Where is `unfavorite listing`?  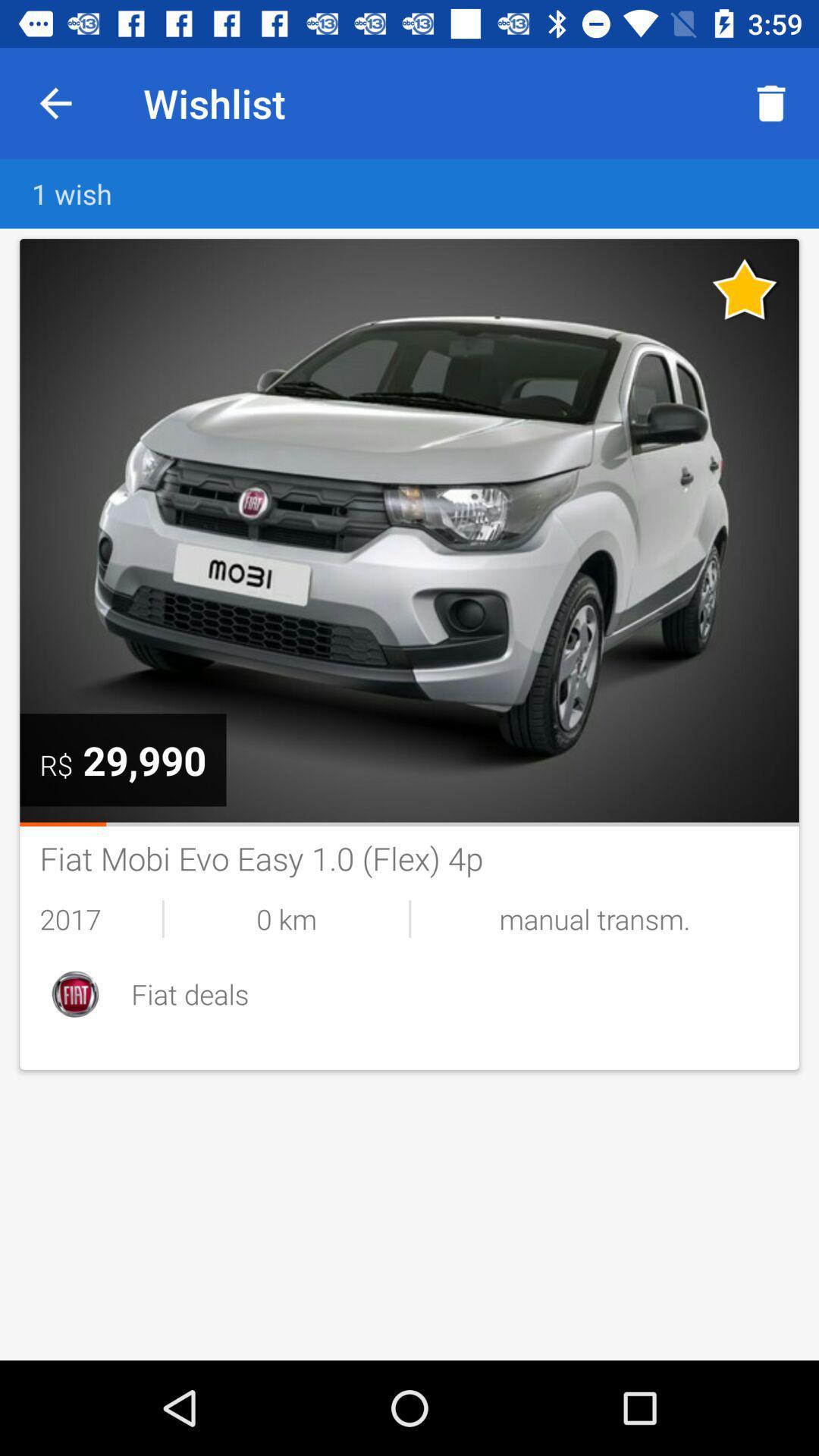
unfavorite listing is located at coordinates (745, 289).